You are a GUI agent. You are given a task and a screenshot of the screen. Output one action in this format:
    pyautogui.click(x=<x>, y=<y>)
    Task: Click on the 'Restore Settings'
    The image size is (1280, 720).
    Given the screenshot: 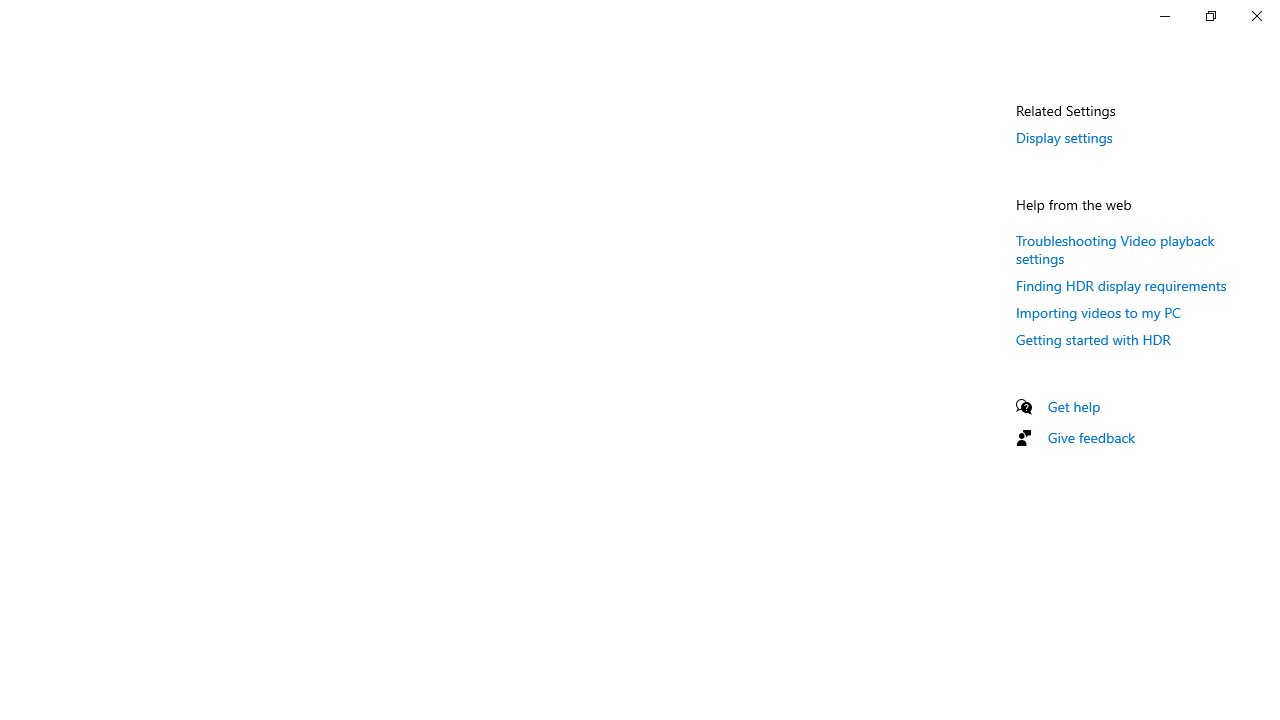 What is the action you would take?
    pyautogui.click(x=1209, y=15)
    